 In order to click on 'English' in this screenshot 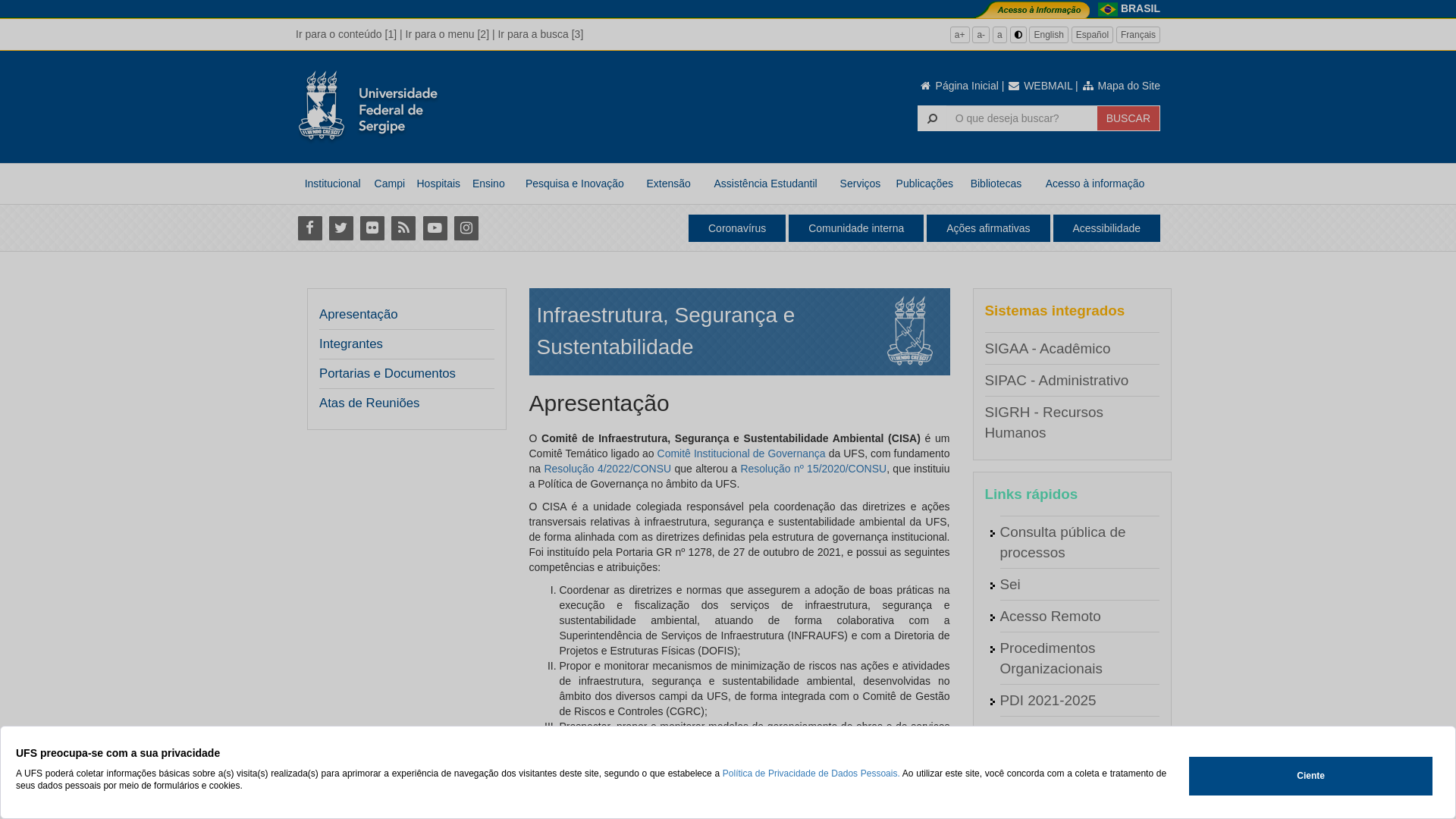, I will do `click(1047, 34)`.